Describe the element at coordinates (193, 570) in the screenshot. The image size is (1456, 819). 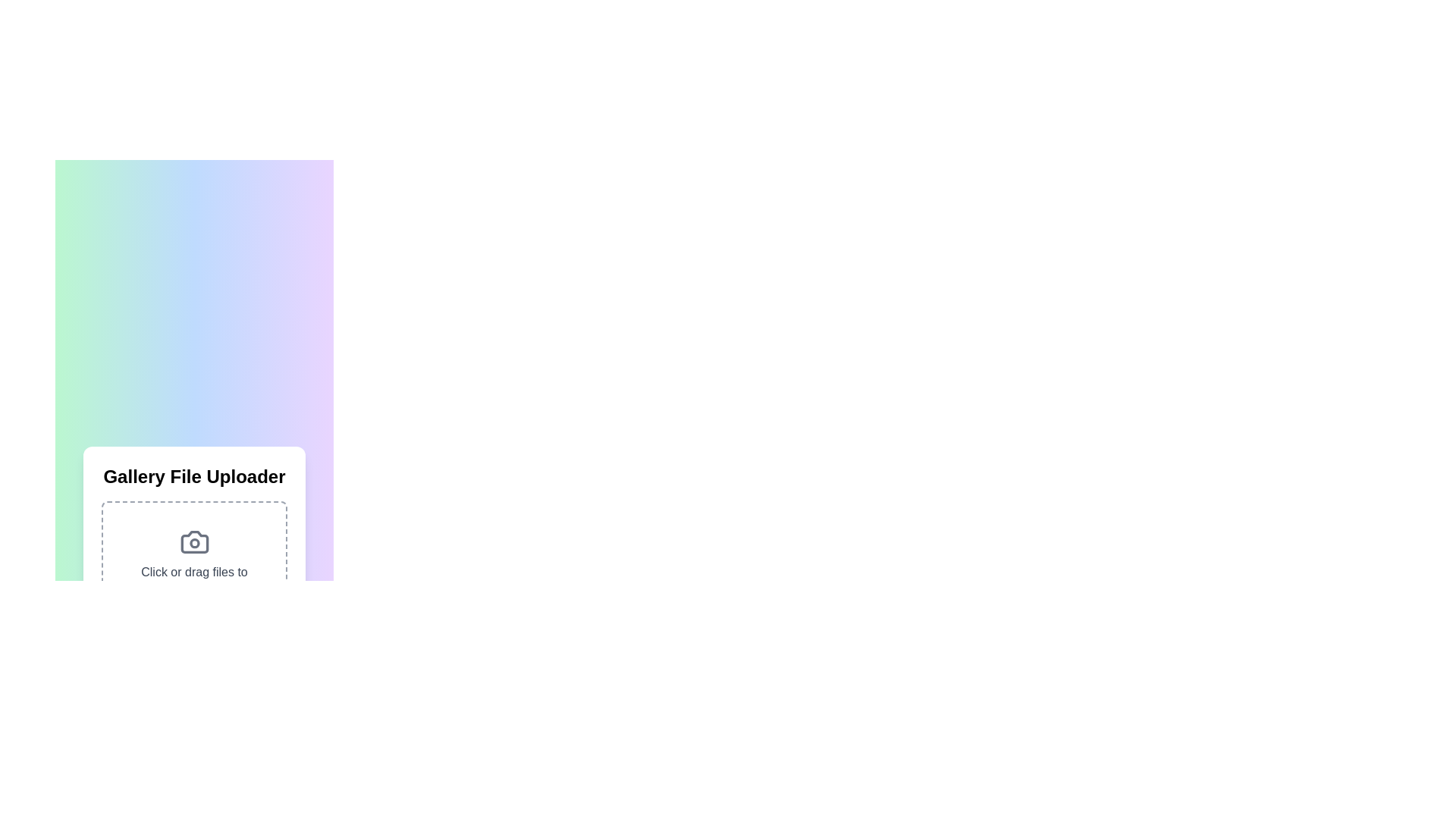
I see `the dashed border area of the File Upload Component, which is centrally located within a colorful gradient background` at that location.